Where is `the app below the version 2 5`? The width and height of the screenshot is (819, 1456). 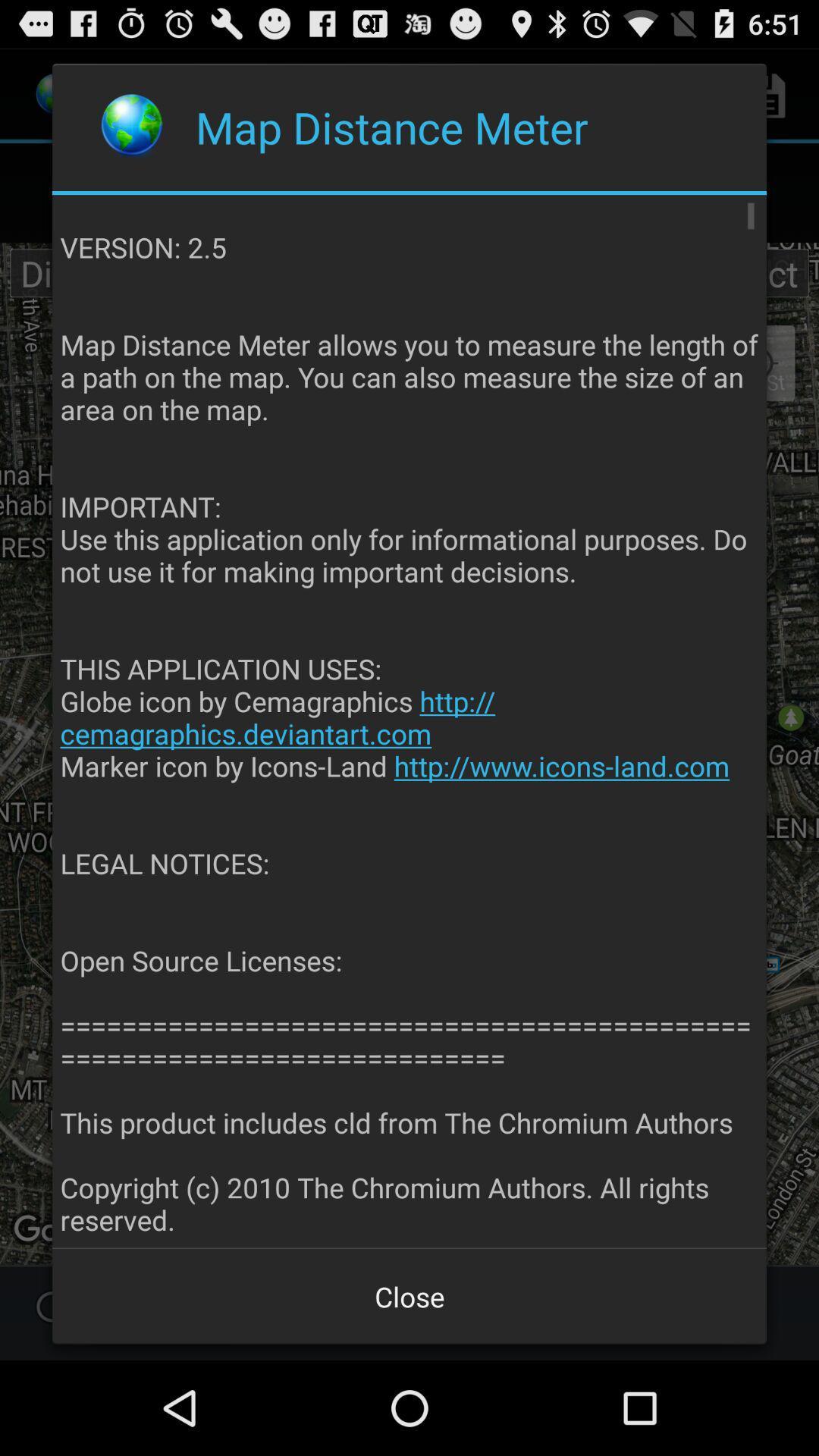
the app below the version 2 5 is located at coordinates (409, 1295).